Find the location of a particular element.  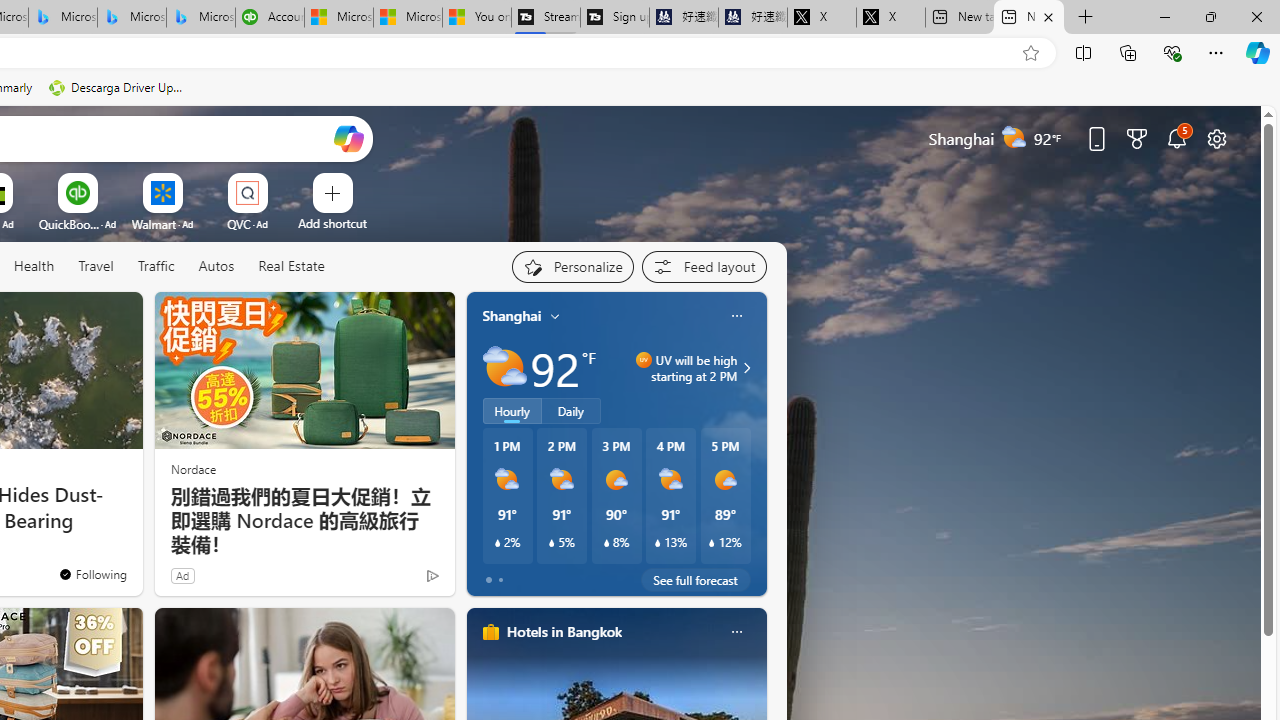

'Health' is located at coordinates (33, 266).